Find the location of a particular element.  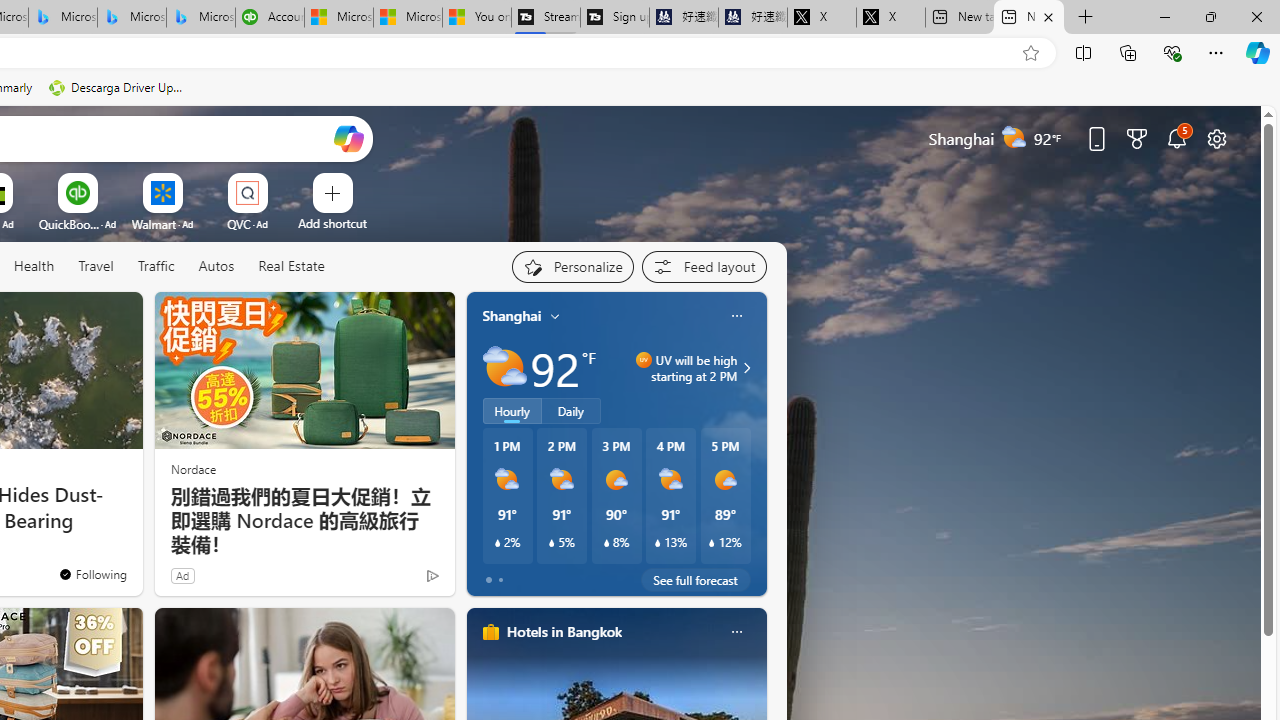

'Health' is located at coordinates (33, 266).